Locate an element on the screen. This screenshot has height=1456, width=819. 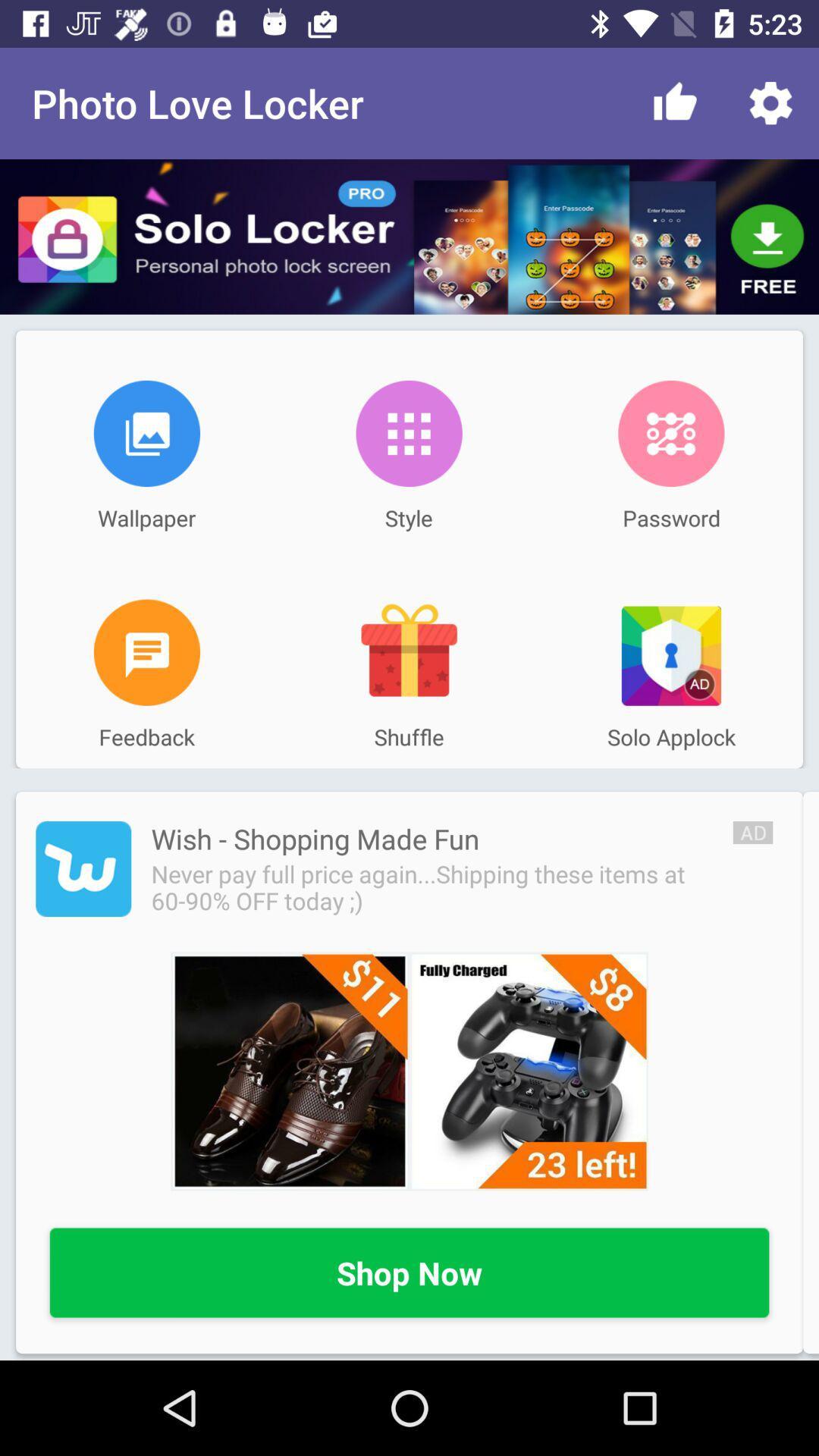
icon next to wallpaper is located at coordinates (408, 432).